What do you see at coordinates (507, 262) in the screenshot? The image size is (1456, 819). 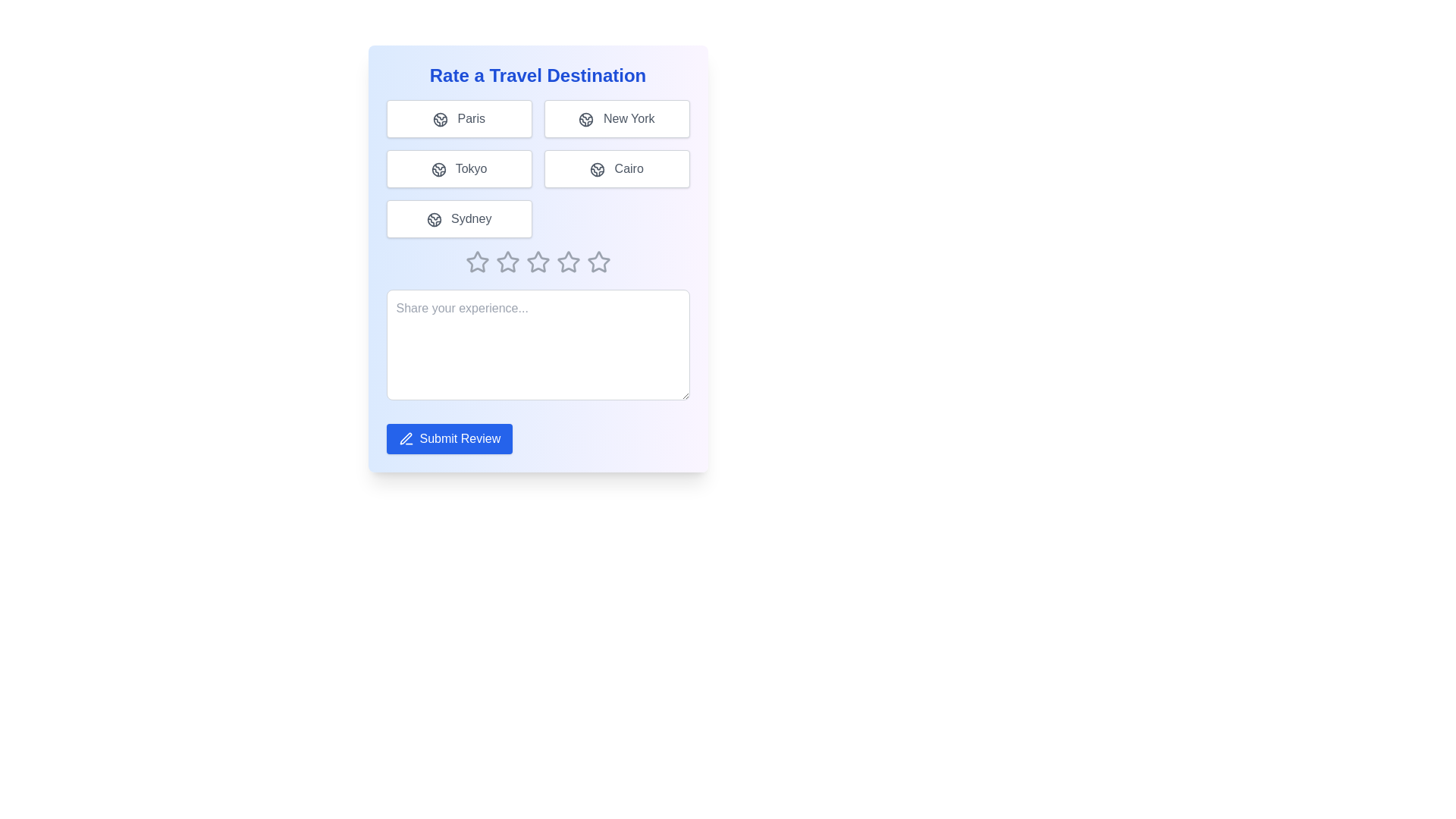 I see `the third star in the rating widget below 'Rate a Travel Destination'` at bounding box center [507, 262].